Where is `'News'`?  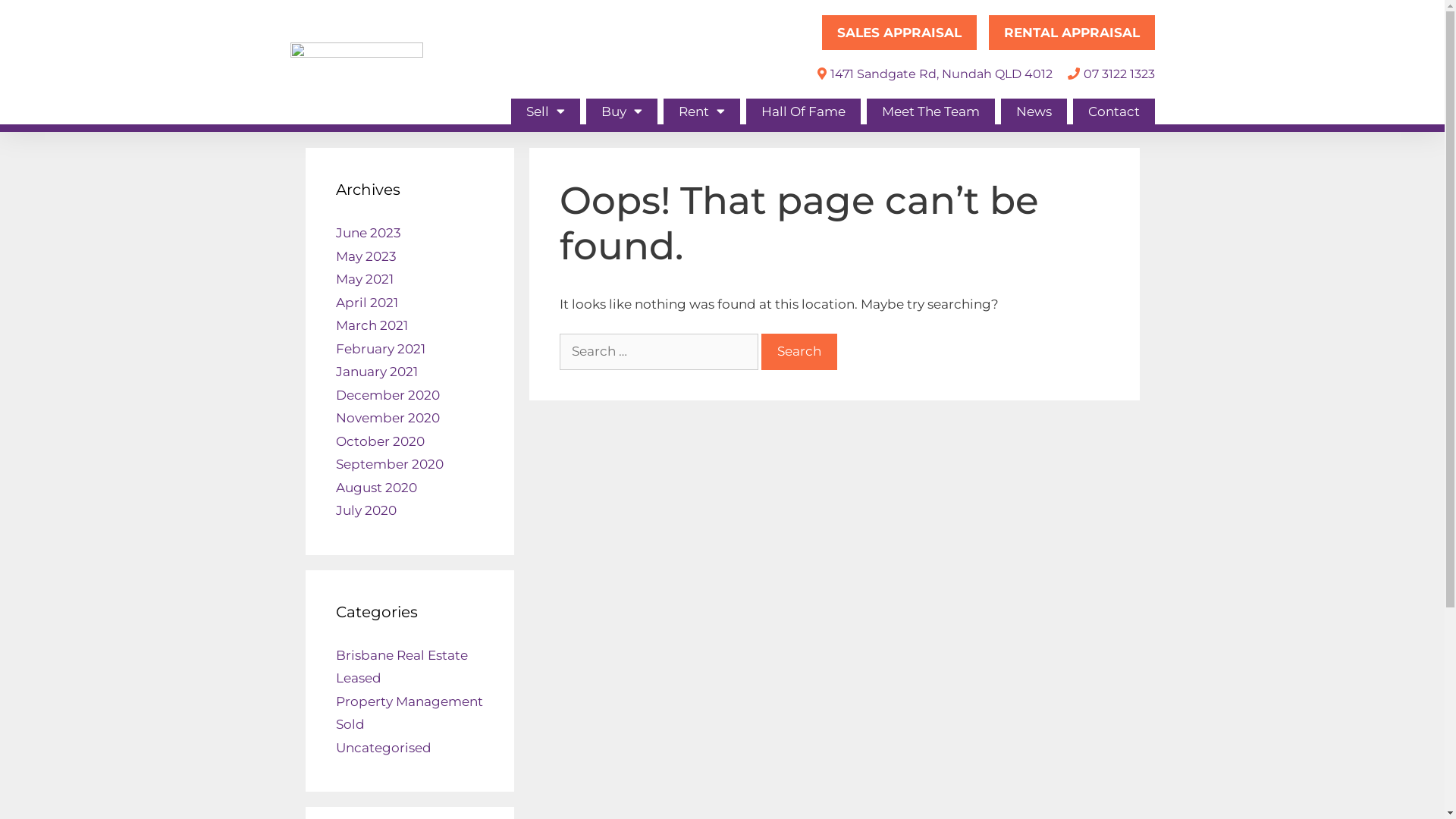 'News' is located at coordinates (1033, 110).